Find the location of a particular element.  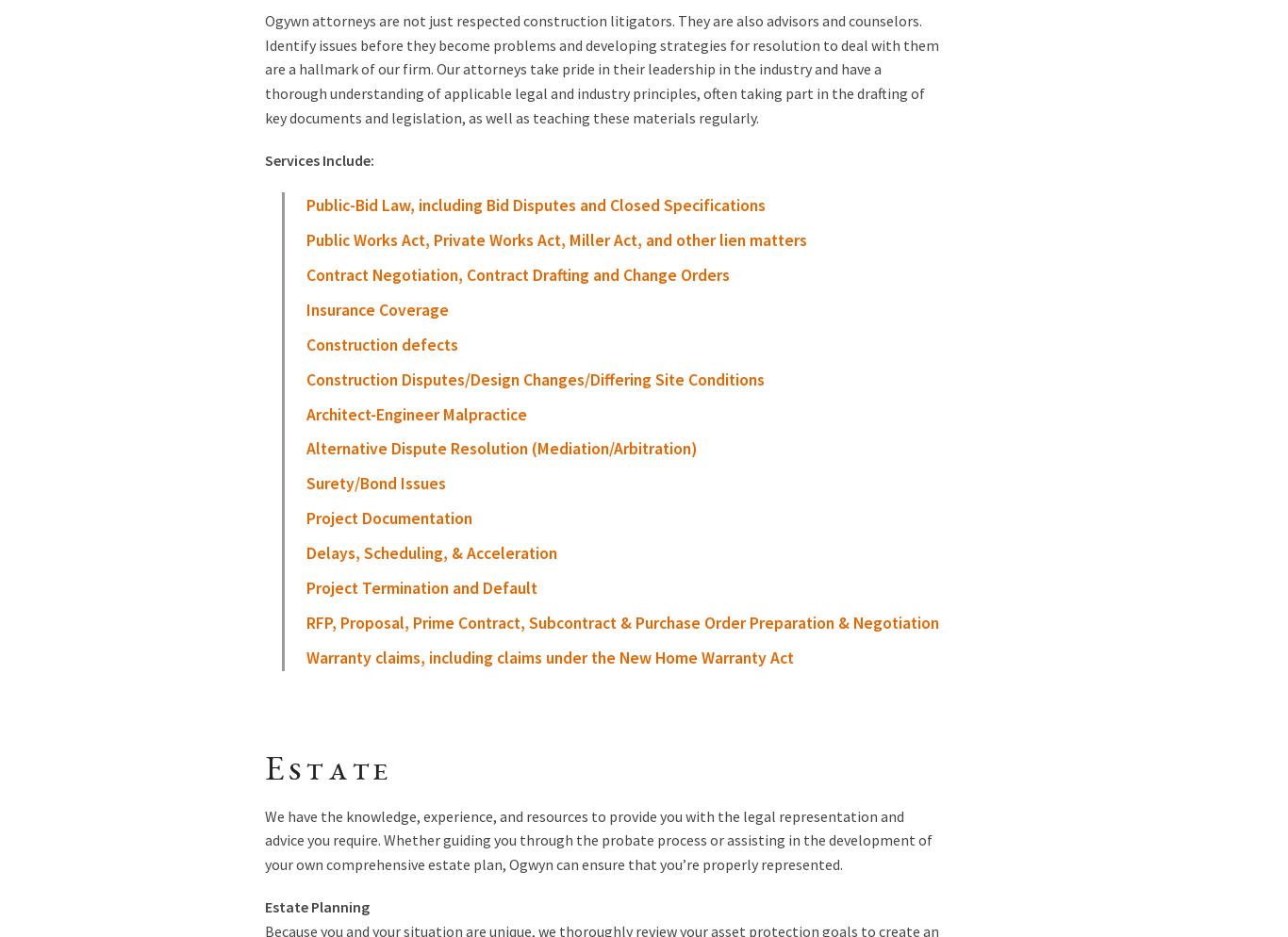

'Alternative Dispute Resolution (Mediation/Arbitration)' is located at coordinates (500, 448).